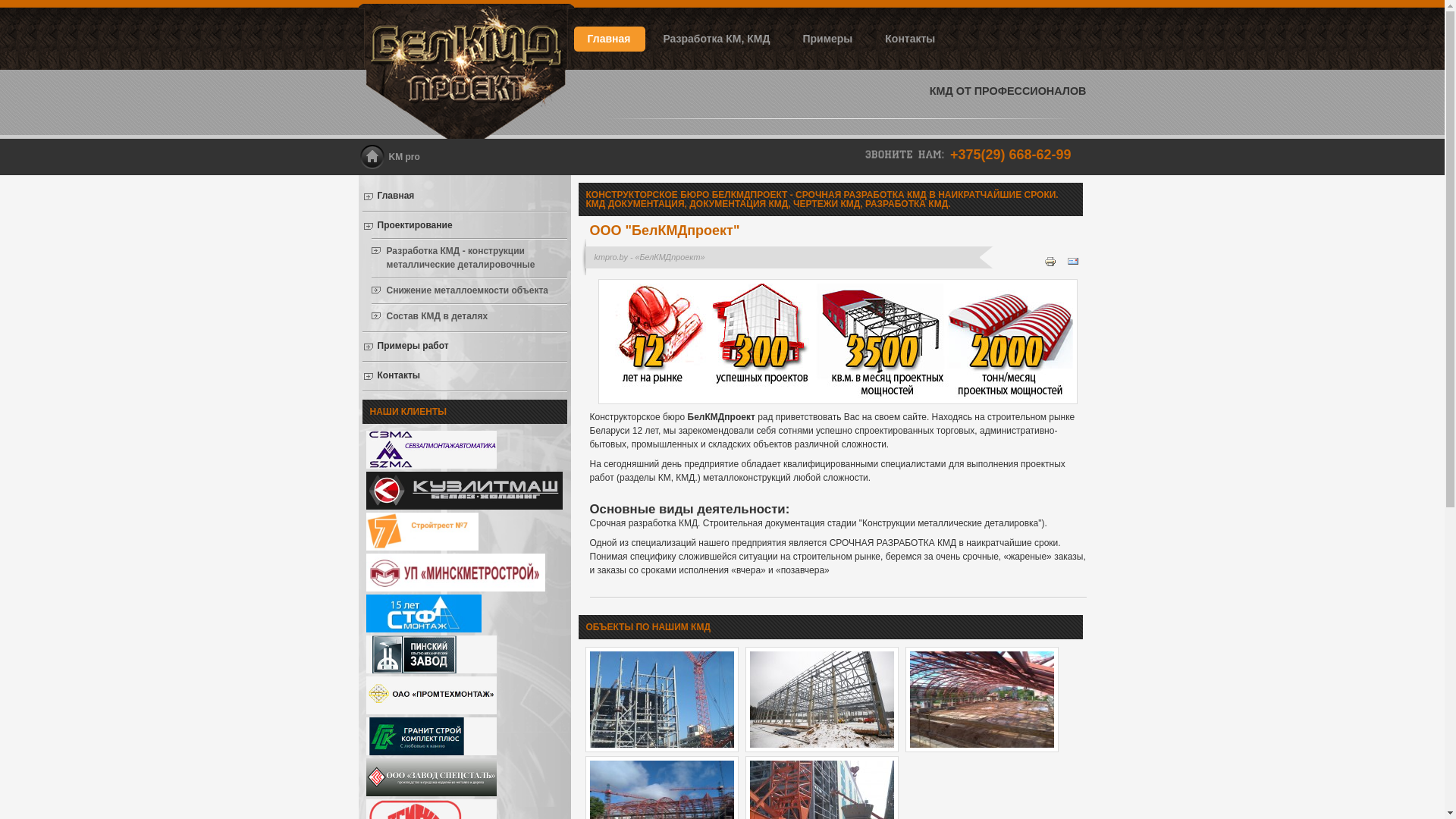  I want to click on 'Print', so click(1043, 263).